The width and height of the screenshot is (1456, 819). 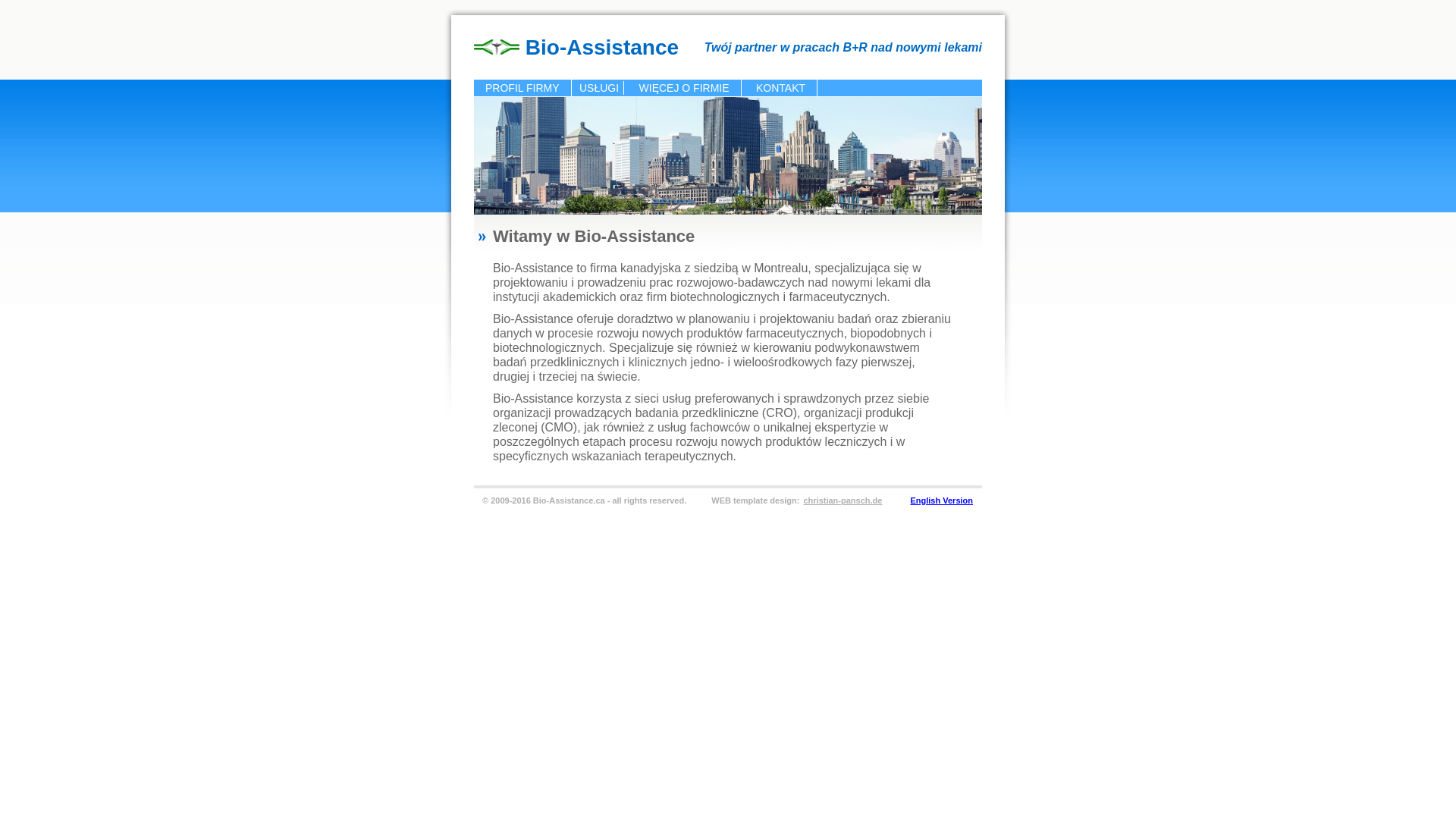 What do you see at coordinates (940, 500) in the screenshot?
I see `'English Version'` at bounding box center [940, 500].